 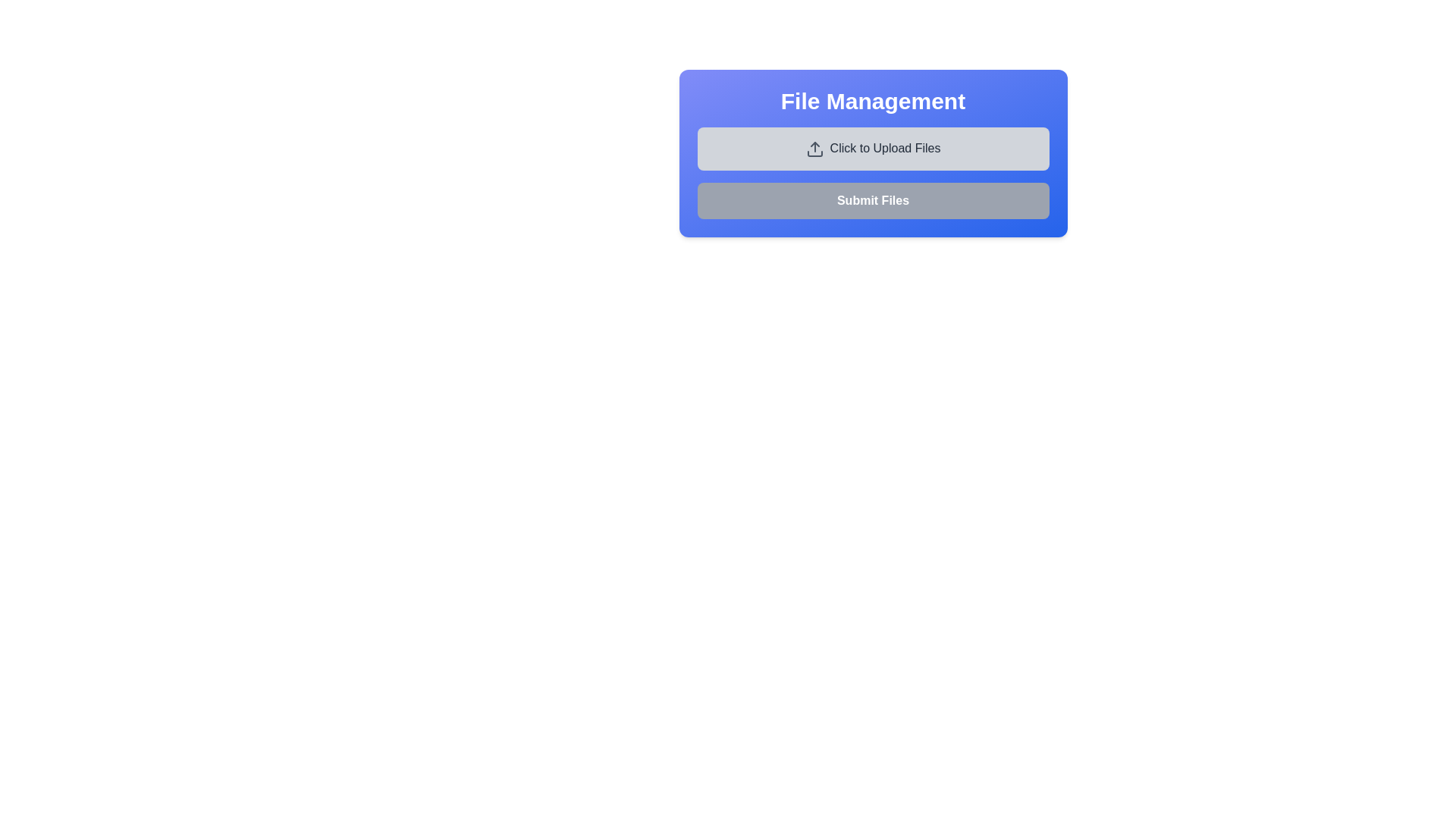 I want to click on the upload icon located to the left of the 'Click to Upload Files' text in the 'File Management' interface, which visually indicates the upload functionality, so click(x=814, y=149).